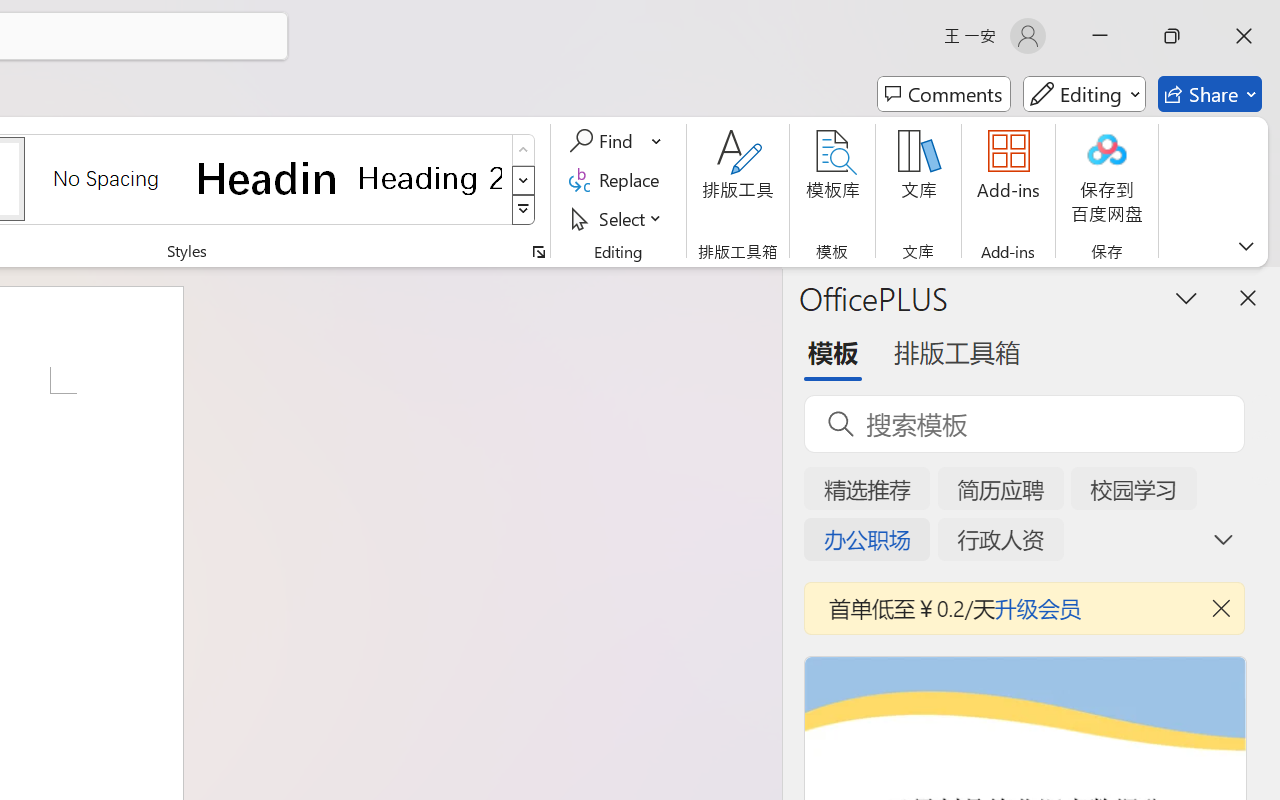 This screenshot has height=800, width=1280. Describe the element at coordinates (538, 251) in the screenshot. I see `'Styles...'` at that location.